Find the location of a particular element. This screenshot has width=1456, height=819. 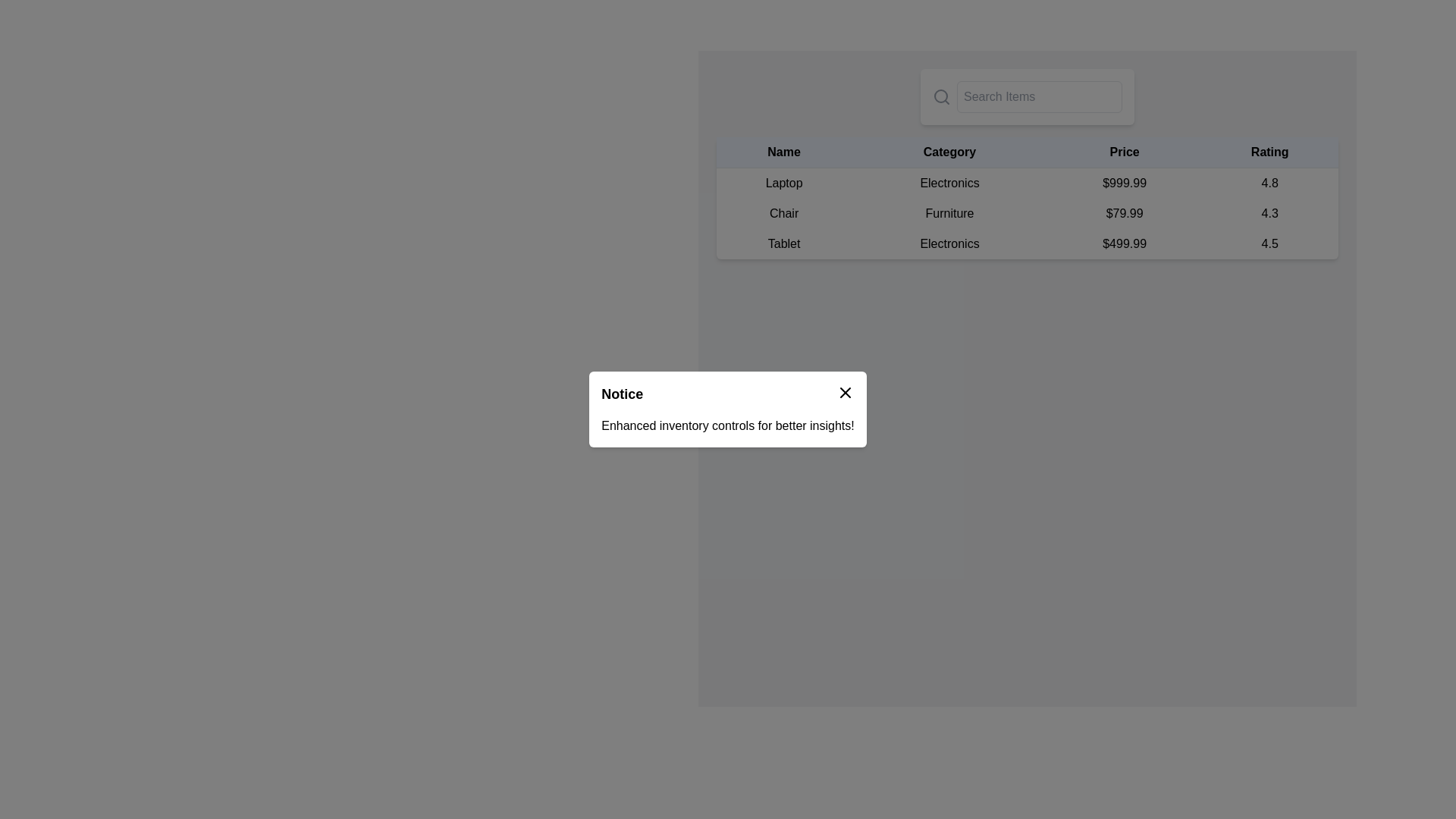

the text label displaying 'Laptop' located in the first row under the 'Name' column of the table is located at coordinates (784, 182).